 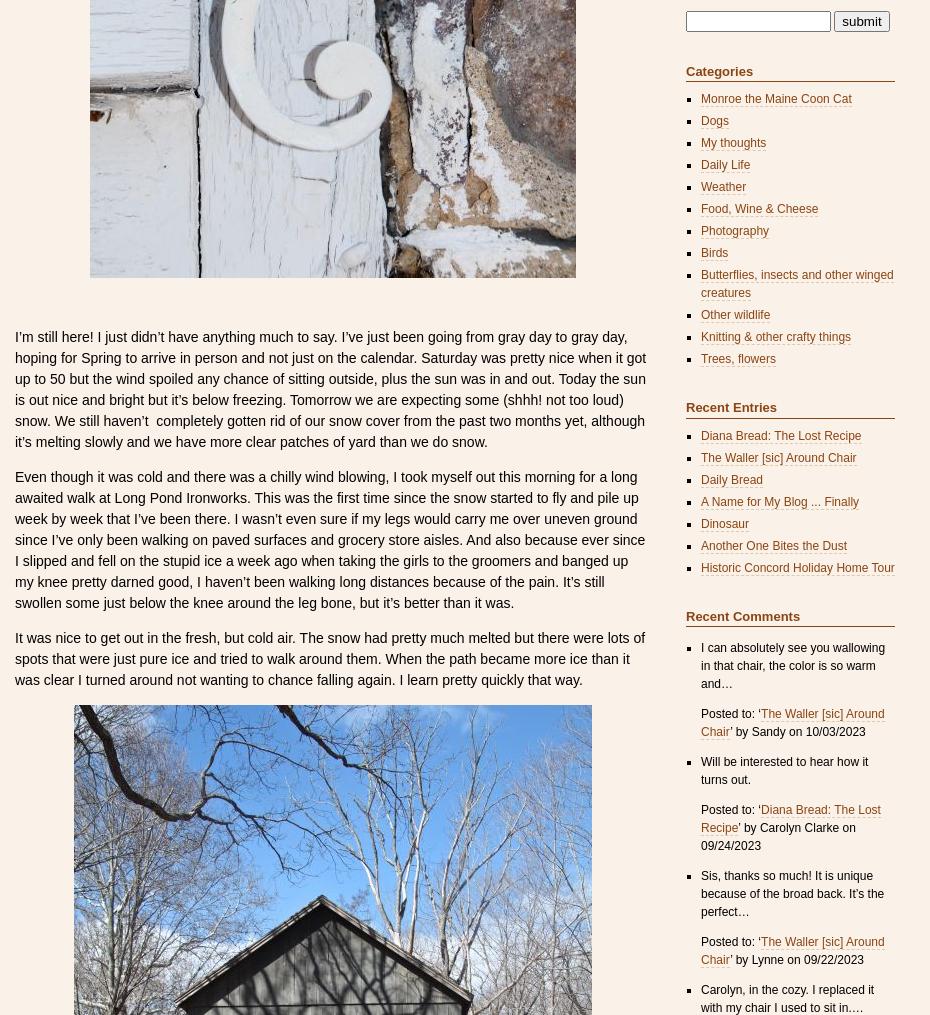 What do you see at coordinates (786, 998) in the screenshot?
I see `'Carolyn, in the cozy. I replaced it with my chair I used to sit in.…'` at bounding box center [786, 998].